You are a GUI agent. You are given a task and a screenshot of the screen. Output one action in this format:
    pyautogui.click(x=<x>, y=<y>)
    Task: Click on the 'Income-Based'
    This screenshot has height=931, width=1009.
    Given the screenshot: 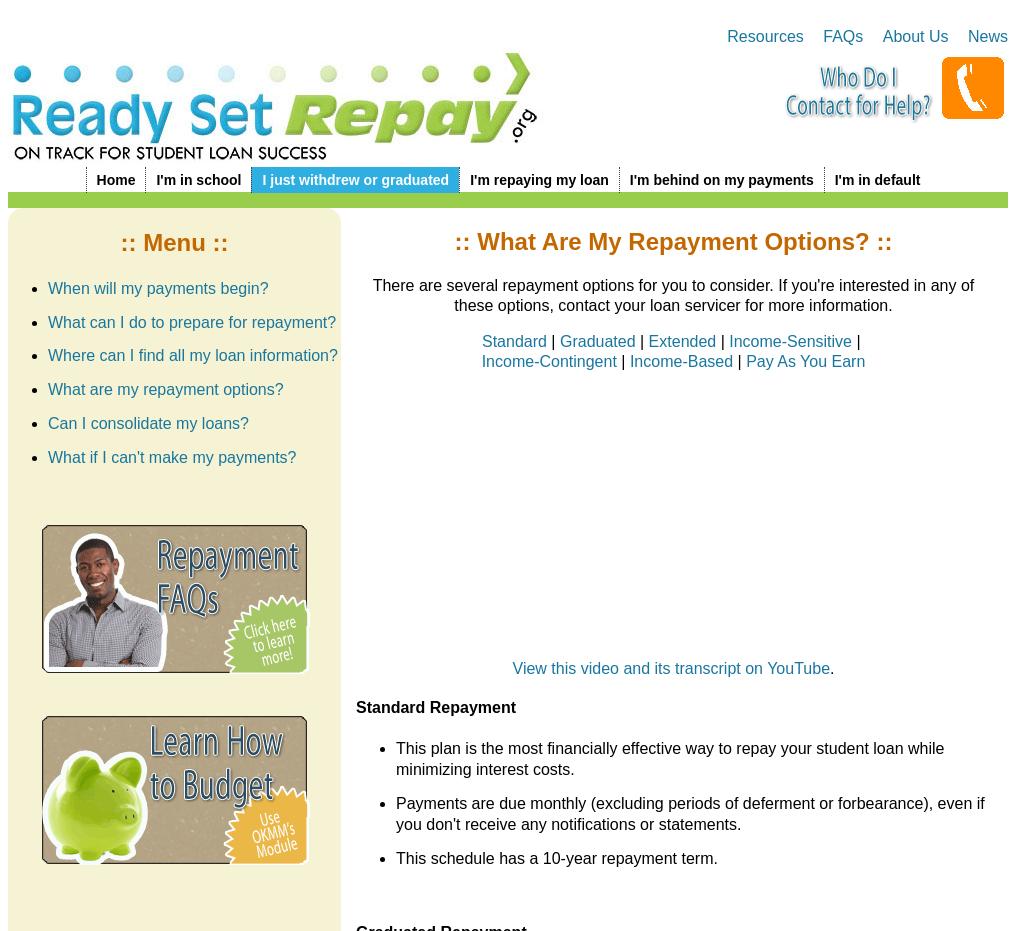 What is the action you would take?
    pyautogui.click(x=629, y=360)
    